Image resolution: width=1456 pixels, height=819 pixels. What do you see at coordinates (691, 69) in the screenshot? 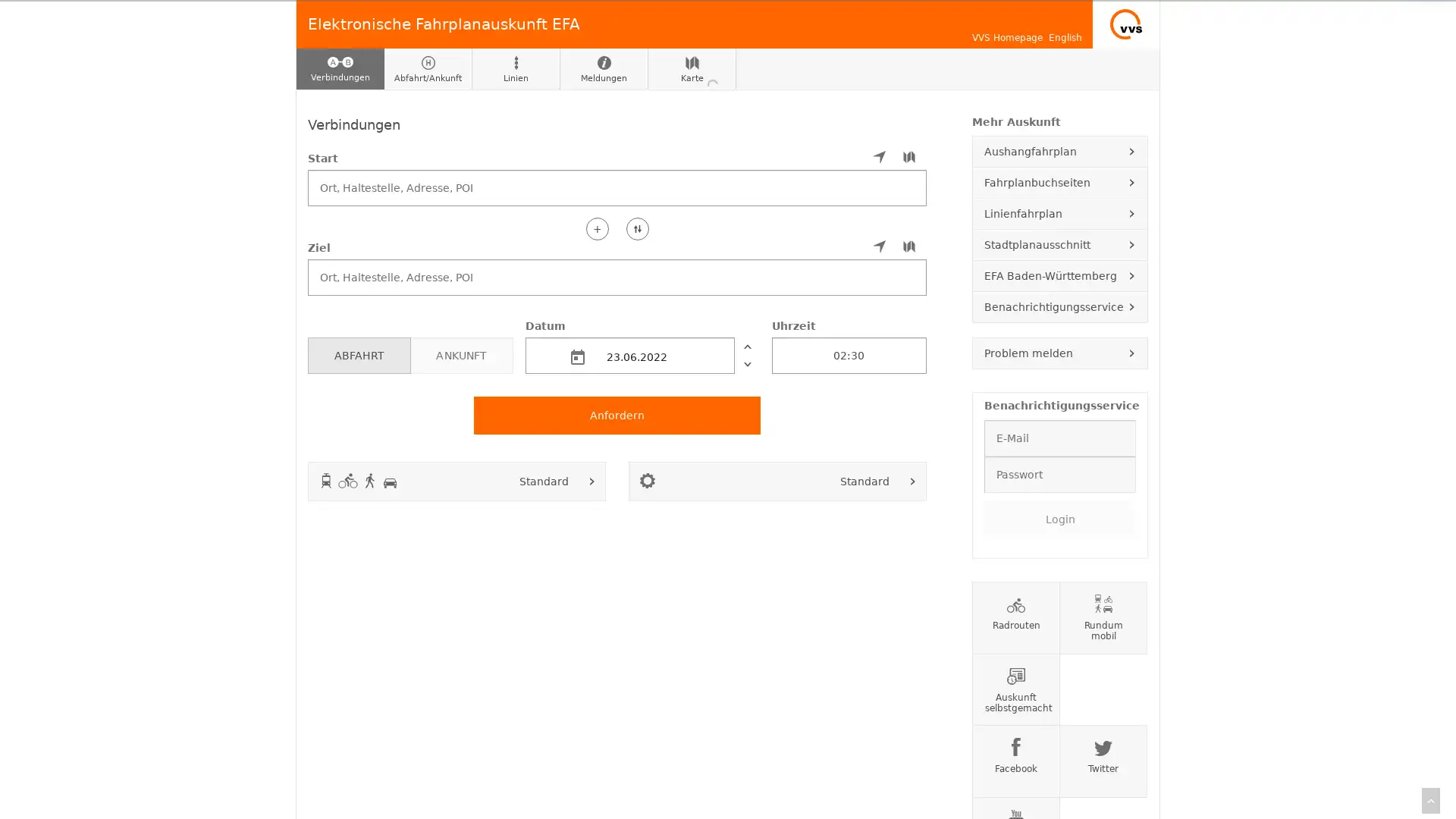
I see `Karte` at bounding box center [691, 69].